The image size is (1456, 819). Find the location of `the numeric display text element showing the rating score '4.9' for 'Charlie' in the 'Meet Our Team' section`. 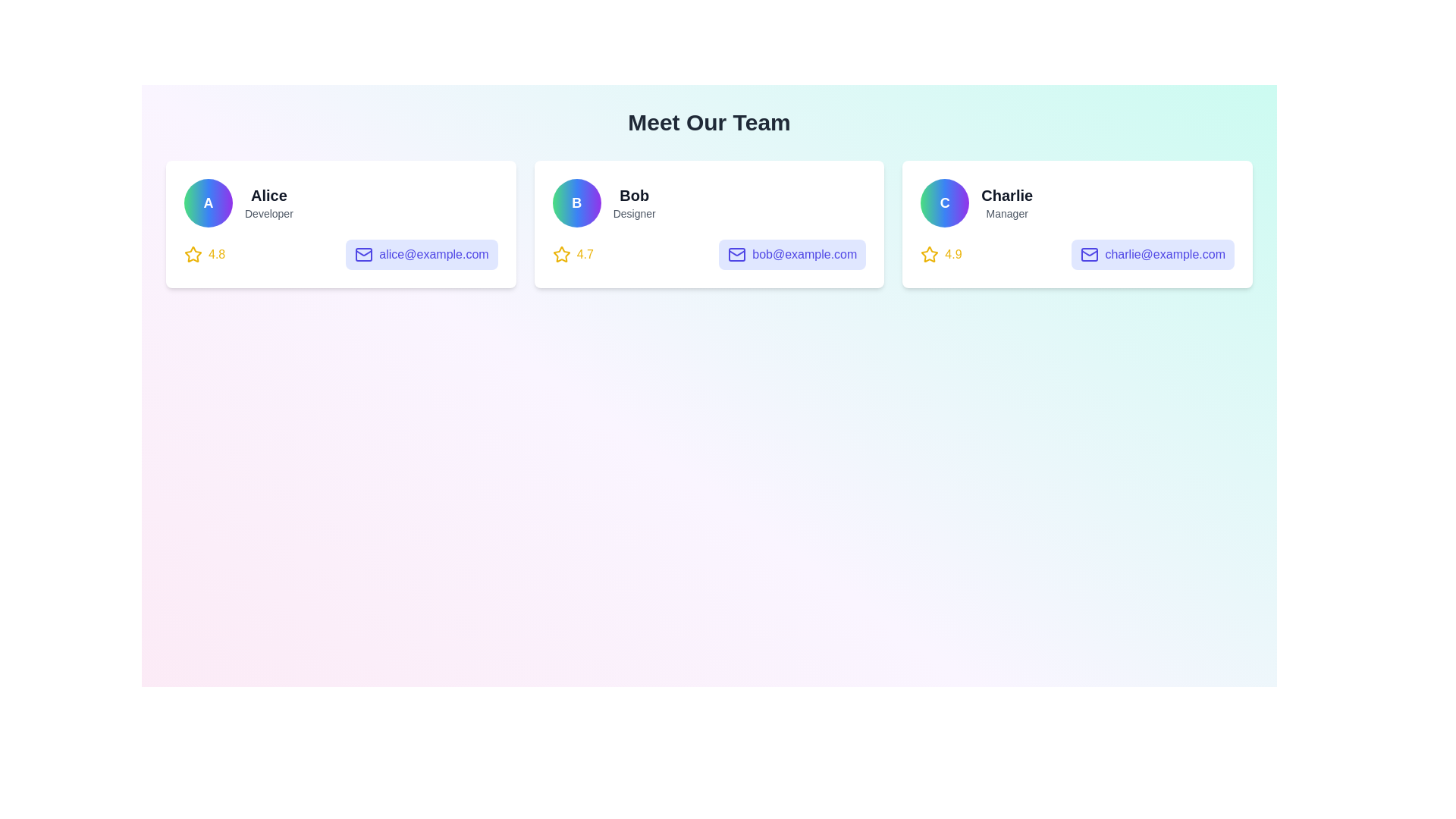

the numeric display text element showing the rating score '4.9' for 'Charlie' in the 'Meet Our Team' section is located at coordinates (952, 253).